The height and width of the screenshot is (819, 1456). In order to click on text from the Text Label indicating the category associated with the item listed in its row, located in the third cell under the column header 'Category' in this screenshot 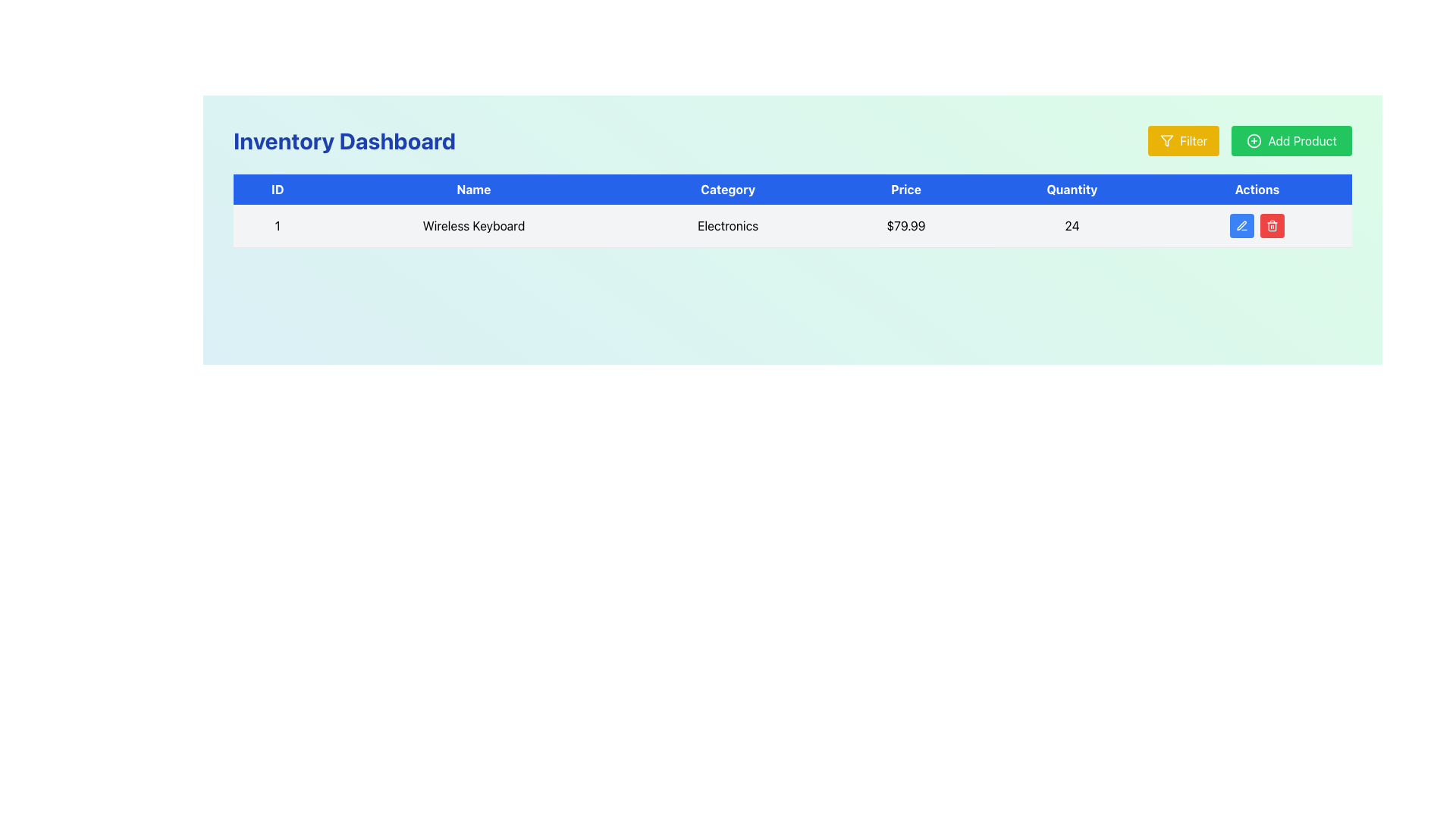, I will do `click(728, 226)`.